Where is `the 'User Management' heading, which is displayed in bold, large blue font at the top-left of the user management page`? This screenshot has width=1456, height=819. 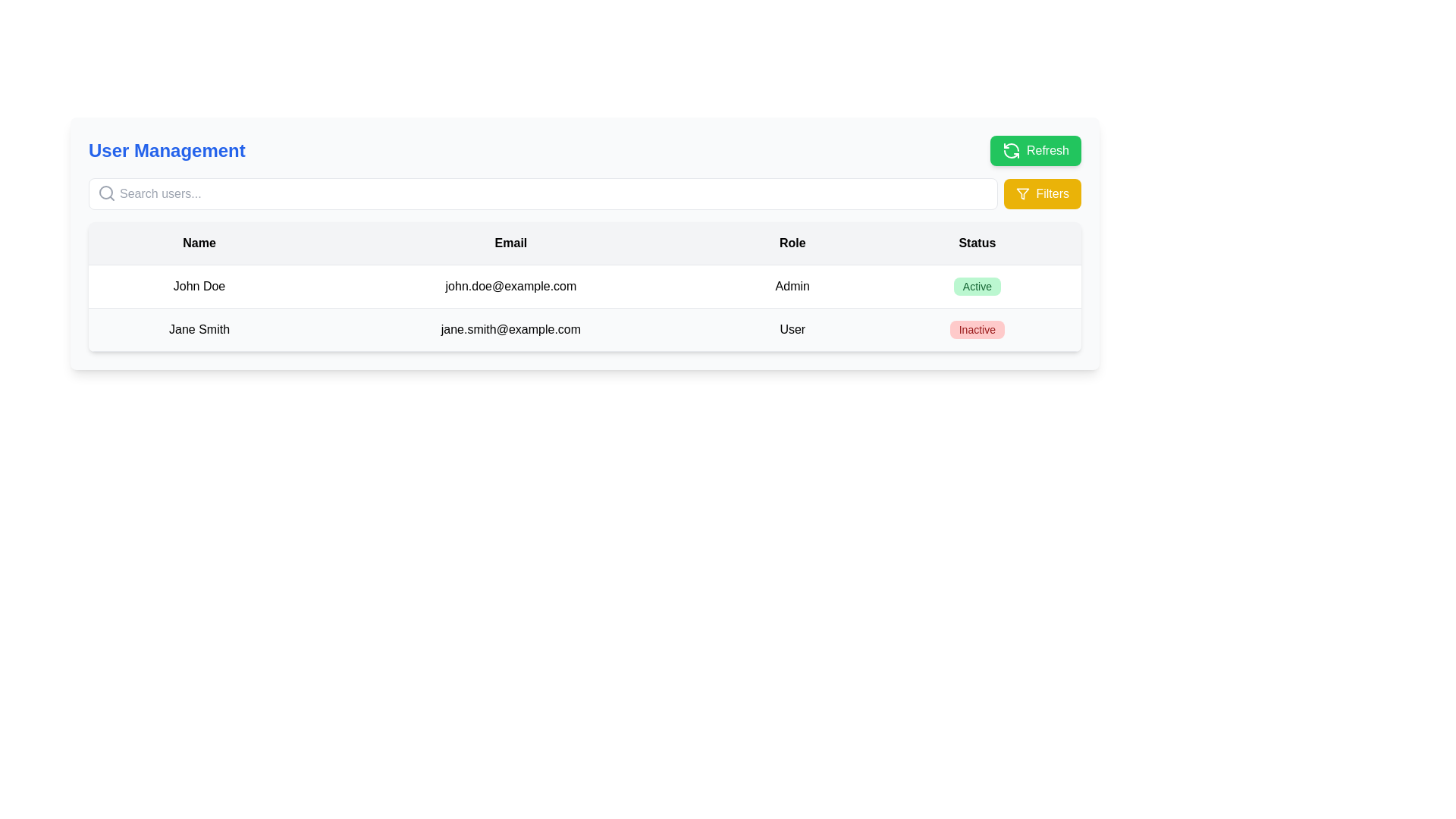
the 'User Management' heading, which is displayed in bold, large blue font at the top-left of the user management page is located at coordinates (167, 151).